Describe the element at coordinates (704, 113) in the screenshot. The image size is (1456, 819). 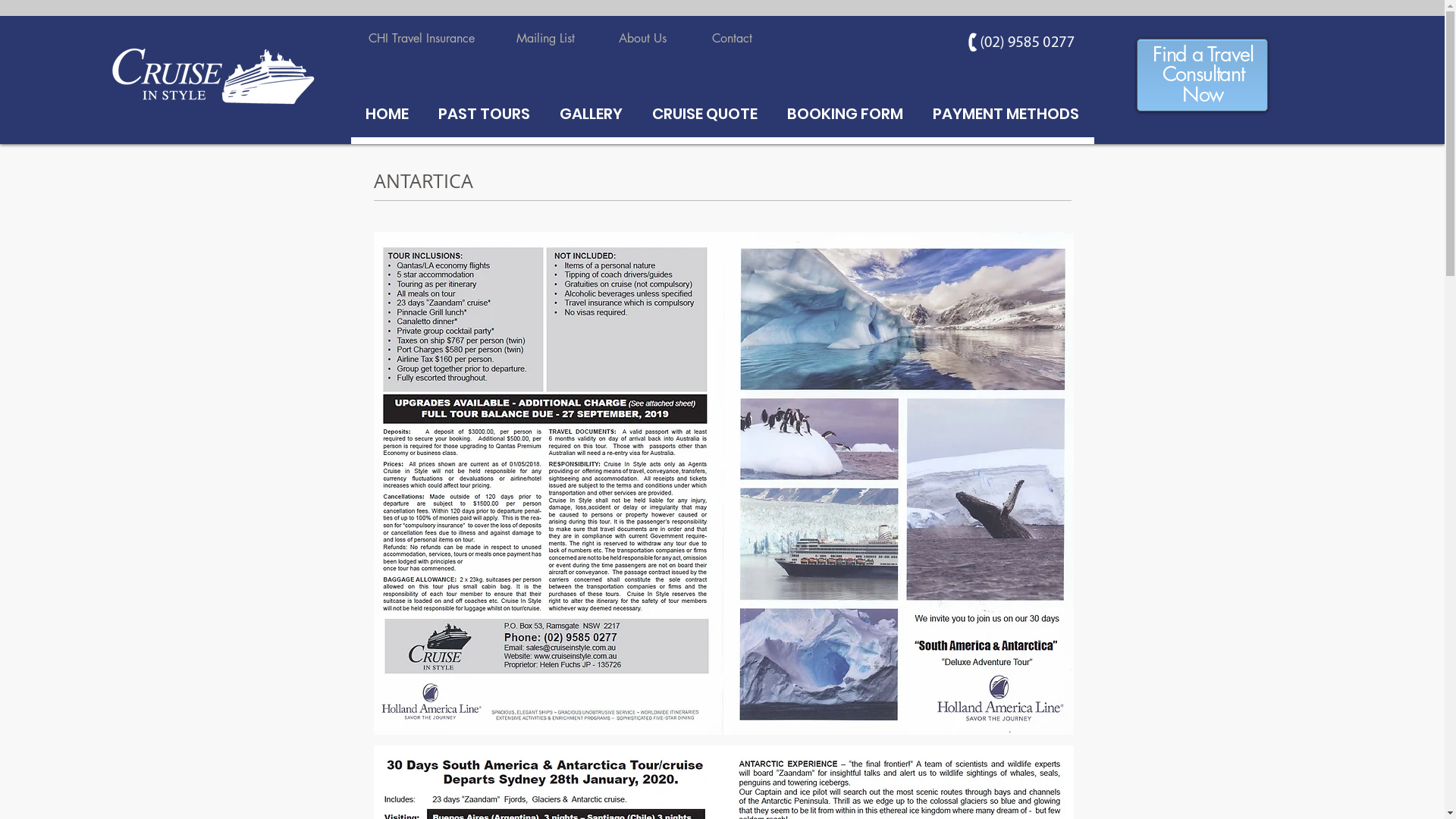
I see `'CRUISE QUOTE'` at that location.